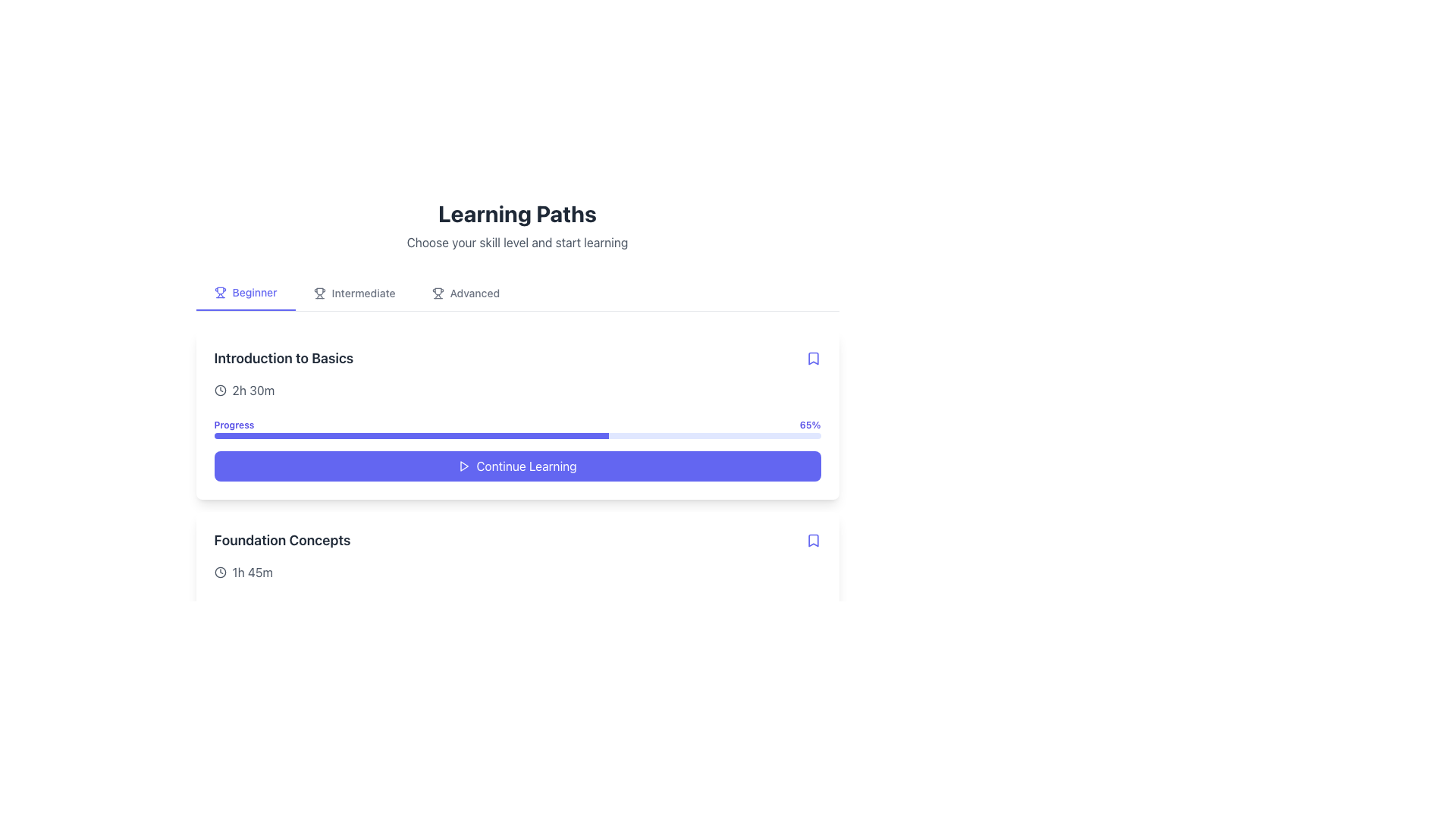 Image resolution: width=1456 pixels, height=819 pixels. Describe the element at coordinates (362, 293) in the screenshot. I see `the text label reading 'Intermediate' located in the navigation bar under 'Learning Paths', positioned between 'Beginner' and 'Advanced'` at that location.